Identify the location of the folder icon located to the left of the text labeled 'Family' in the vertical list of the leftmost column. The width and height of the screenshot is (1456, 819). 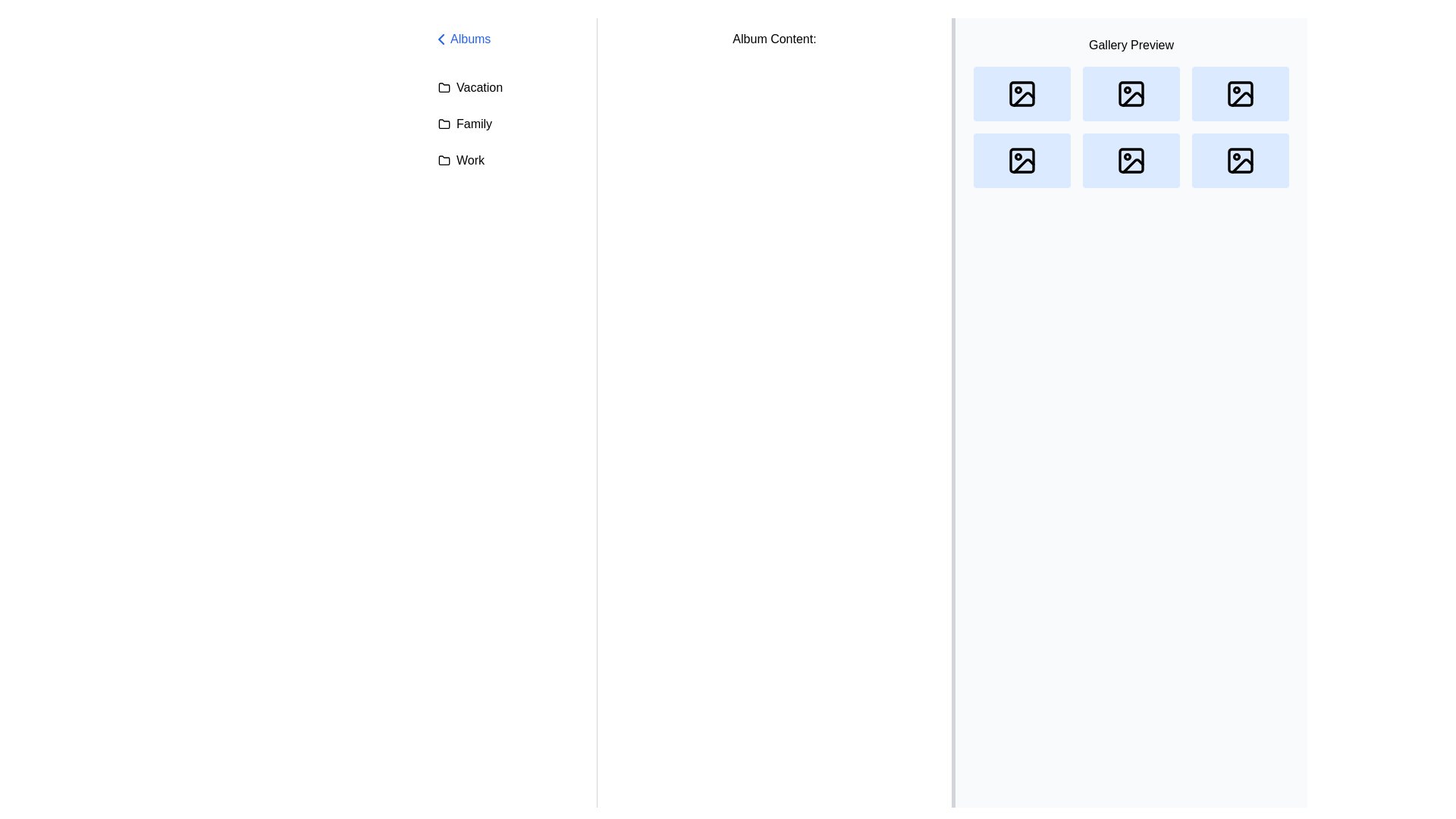
(443, 124).